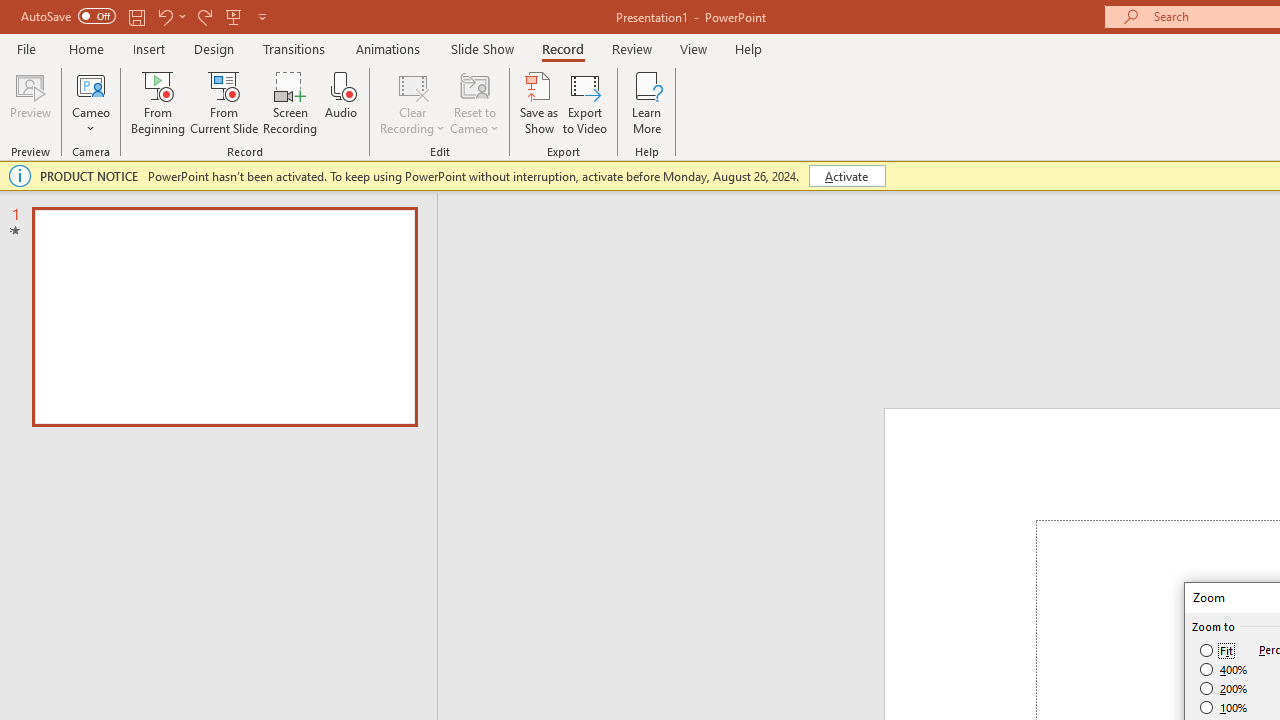 Image resolution: width=1280 pixels, height=720 pixels. What do you see at coordinates (1223, 688) in the screenshot?
I see `'200%'` at bounding box center [1223, 688].